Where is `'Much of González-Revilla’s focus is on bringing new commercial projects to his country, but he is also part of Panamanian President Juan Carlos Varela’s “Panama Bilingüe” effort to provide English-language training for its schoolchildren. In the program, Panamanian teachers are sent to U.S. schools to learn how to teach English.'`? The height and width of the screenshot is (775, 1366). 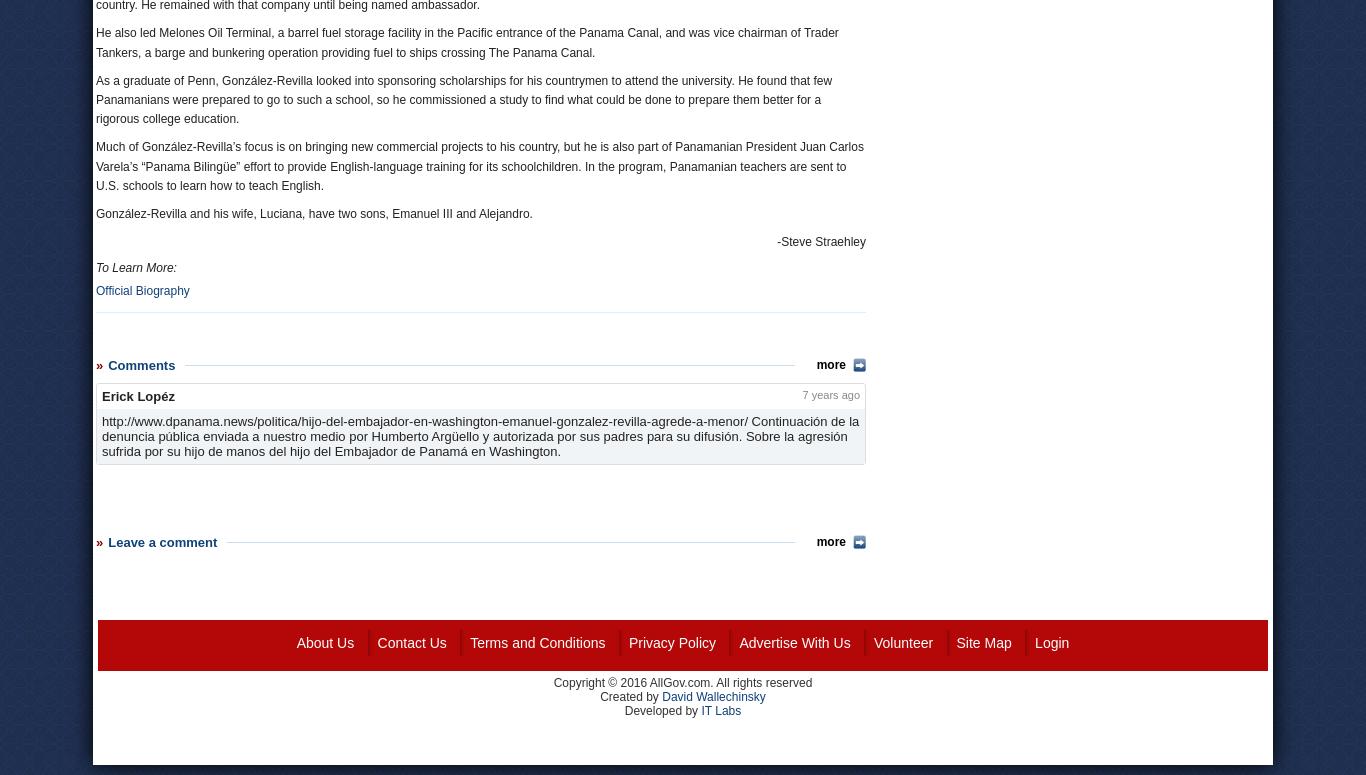 'Much of González-Revilla’s focus is on bringing new commercial projects to his country, but he is also part of Panamanian President Juan Carlos Varela’s “Panama Bilingüe” effort to provide English-language training for its schoolchildren. In the program, Panamanian teachers are sent to U.S. schools to learn how to teach English.' is located at coordinates (479, 165).